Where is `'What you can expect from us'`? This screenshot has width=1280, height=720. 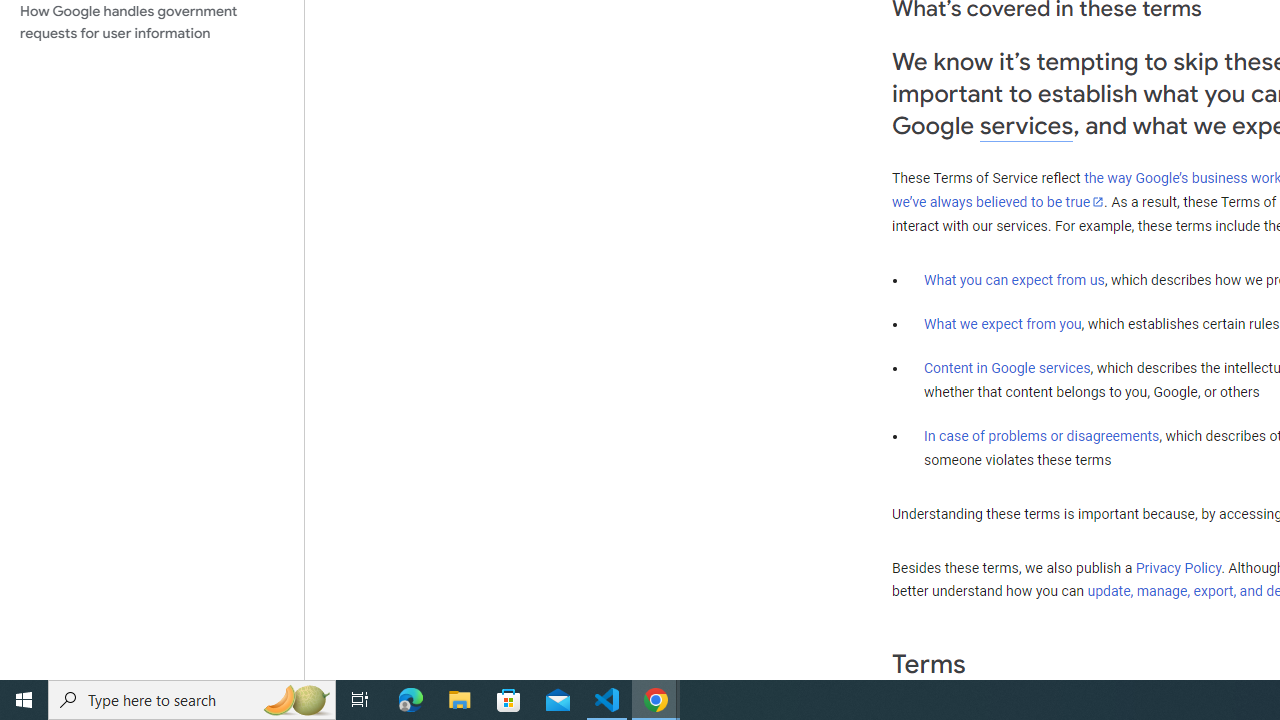
'What you can expect from us' is located at coordinates (1014, 279).